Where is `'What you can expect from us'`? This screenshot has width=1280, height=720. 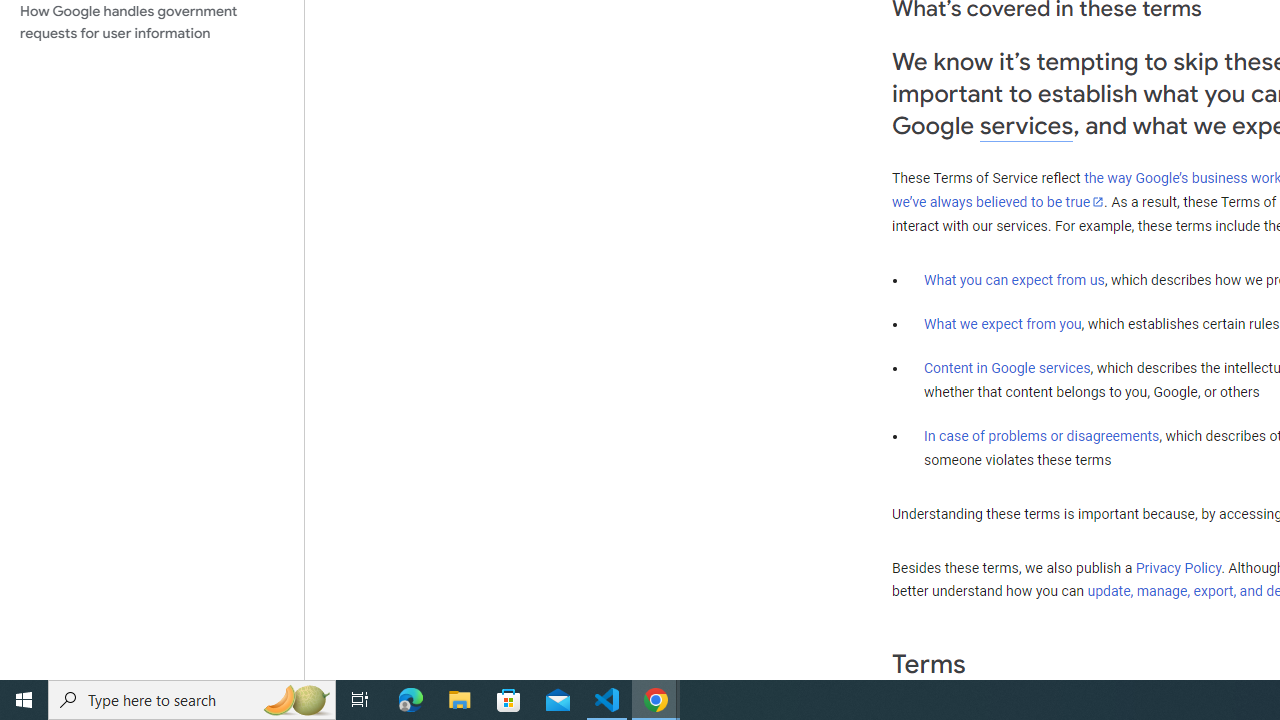
'What you can expect from us' is located at coordinates (1014, 279).